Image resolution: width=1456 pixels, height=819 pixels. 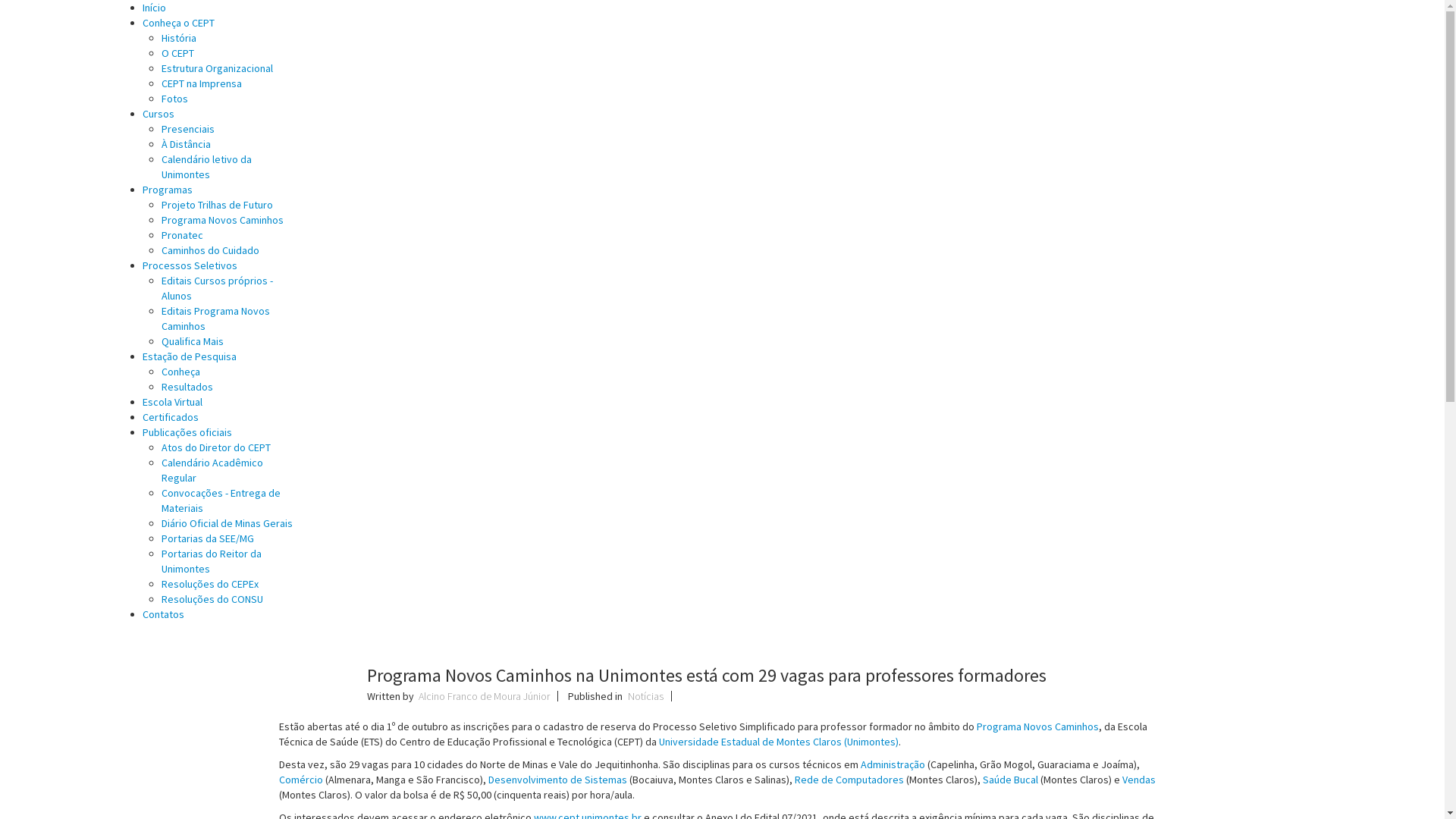 What do you see at coordinates (182, 234) in the screenshot?
I see `'Pronatec'` at bounding box center [182, 234].